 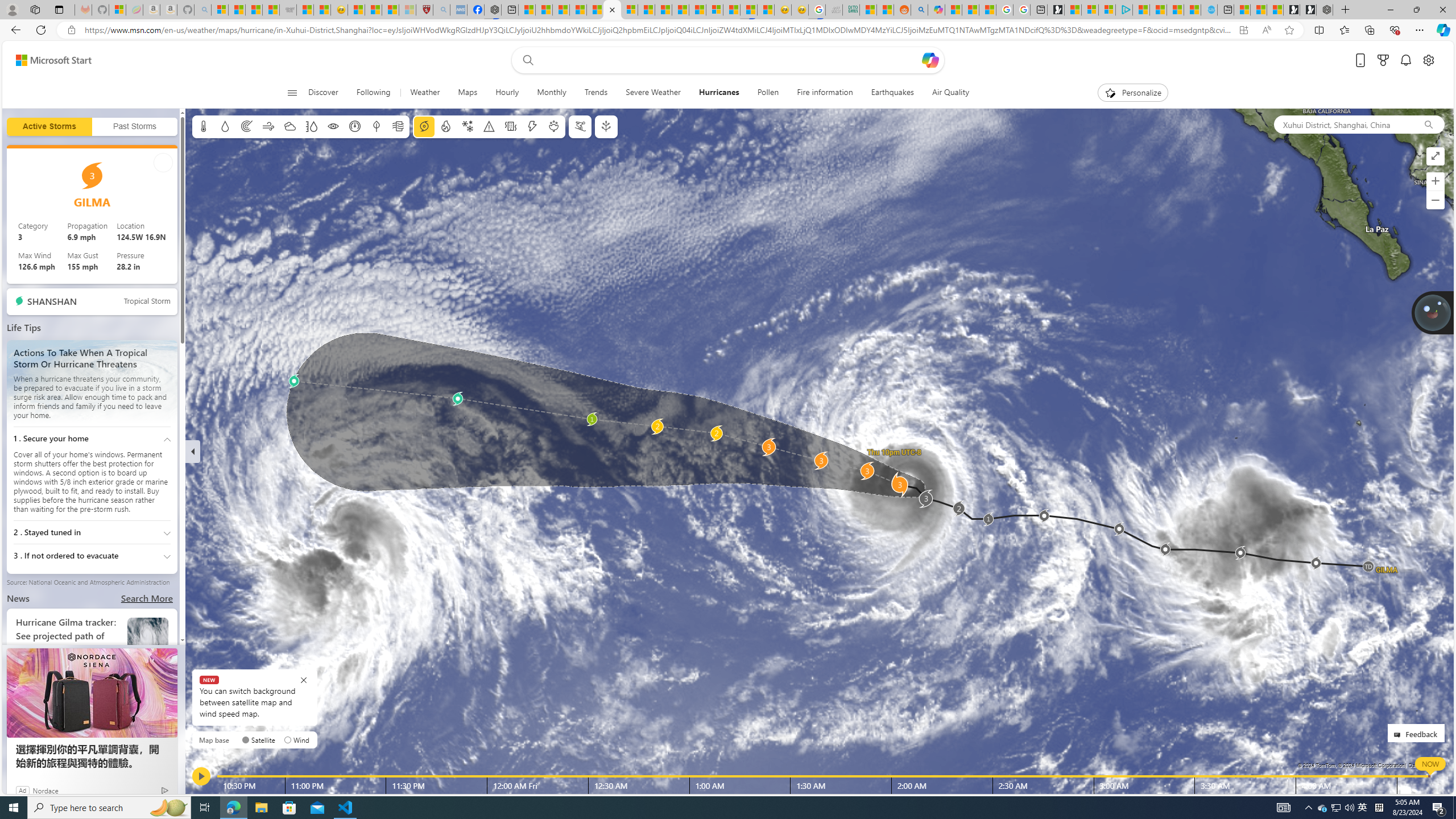 I want to click on 'AutomationID: radioButton-DS-EntryPoint1-1-layer-subtype-0-1', so click(x=287, y=740).